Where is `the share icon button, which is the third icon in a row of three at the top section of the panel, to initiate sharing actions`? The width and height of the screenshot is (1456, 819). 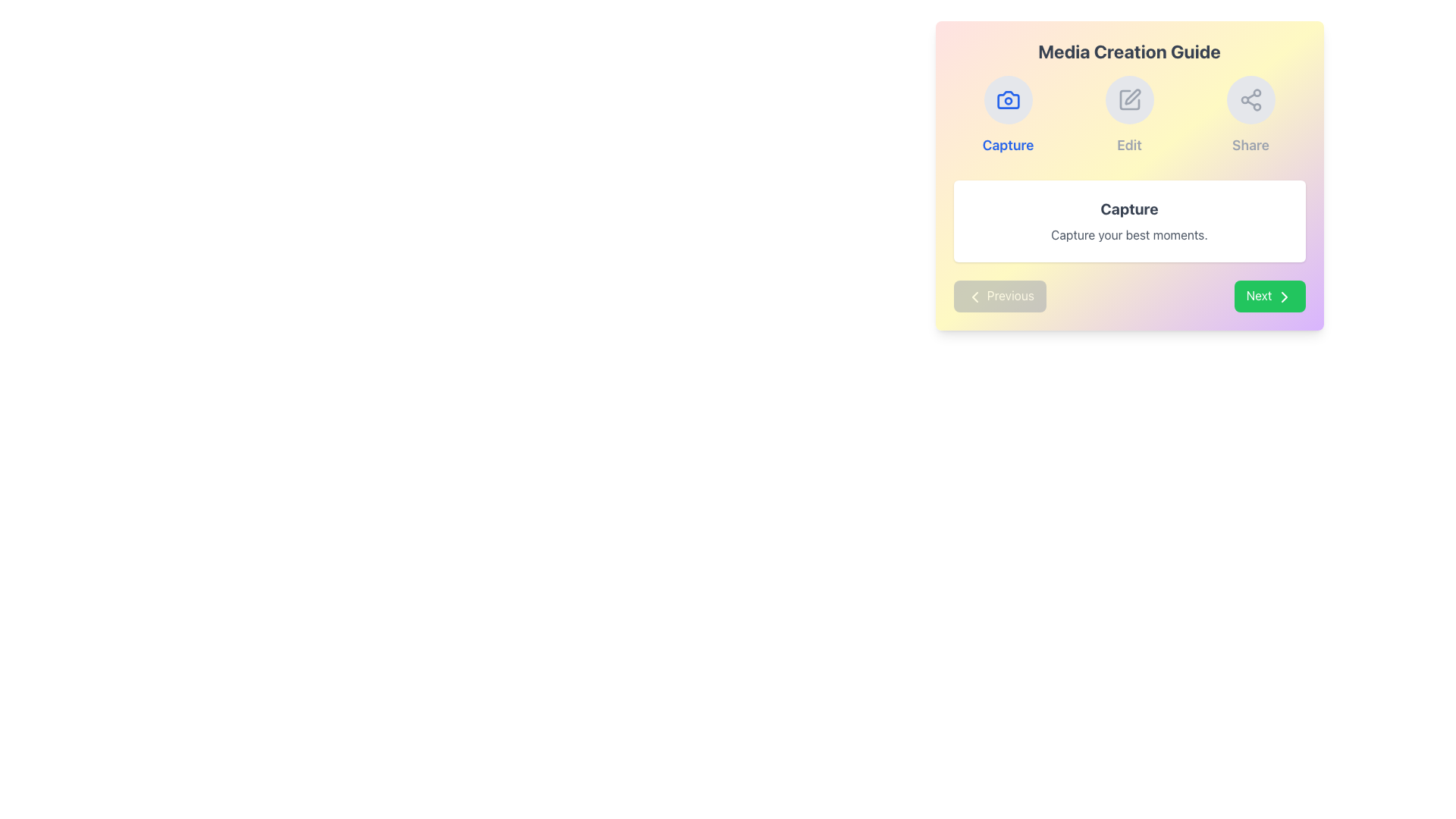
the share icon button, which is the third icon in a row of three at the top section of the panel, to initiate sharing actions is located at coordinates (1250, 99).